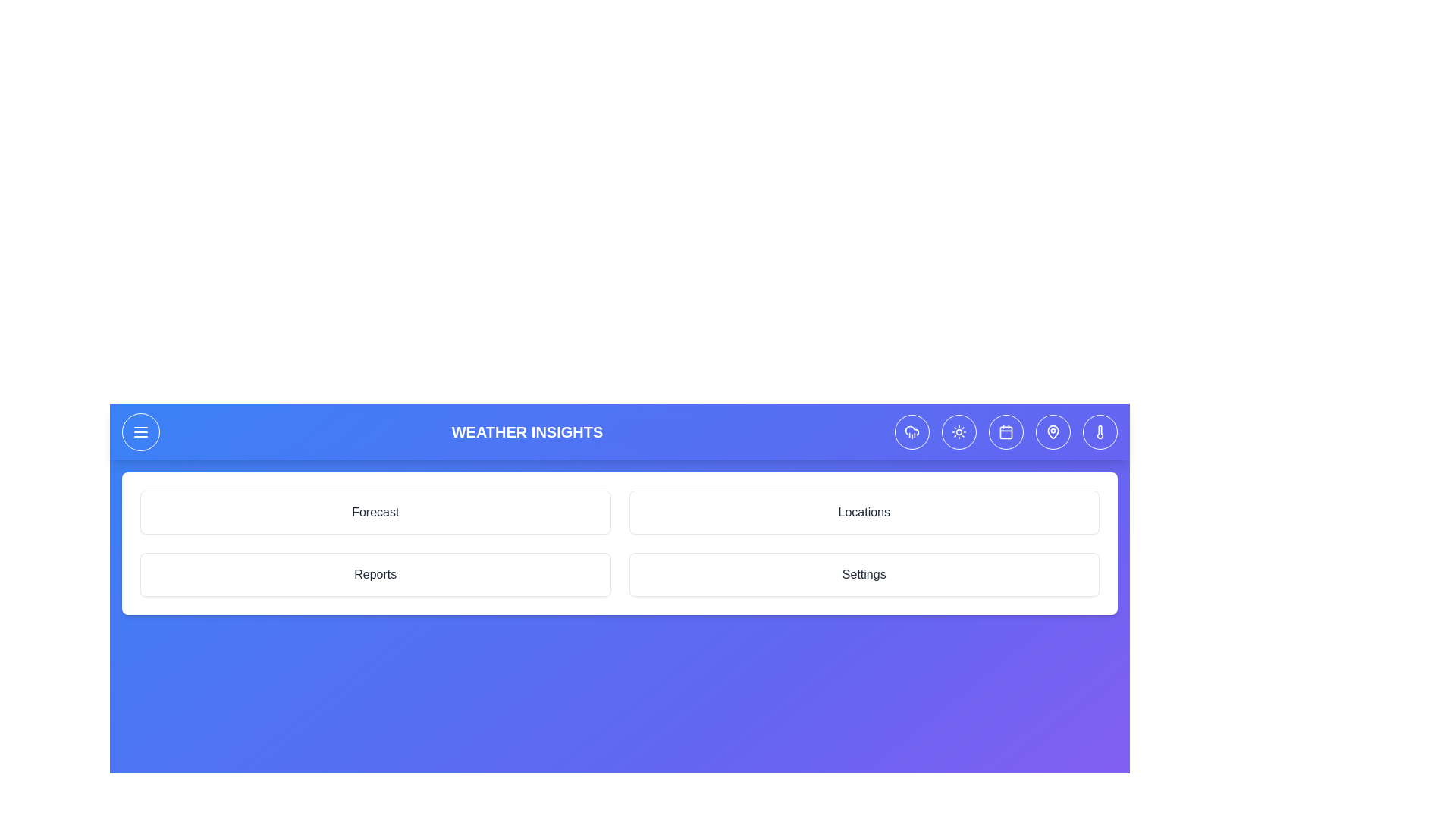  Describe the element at coordinates (1006, 432) in the screenshot. I see `the calendar icon in the header` at that location.